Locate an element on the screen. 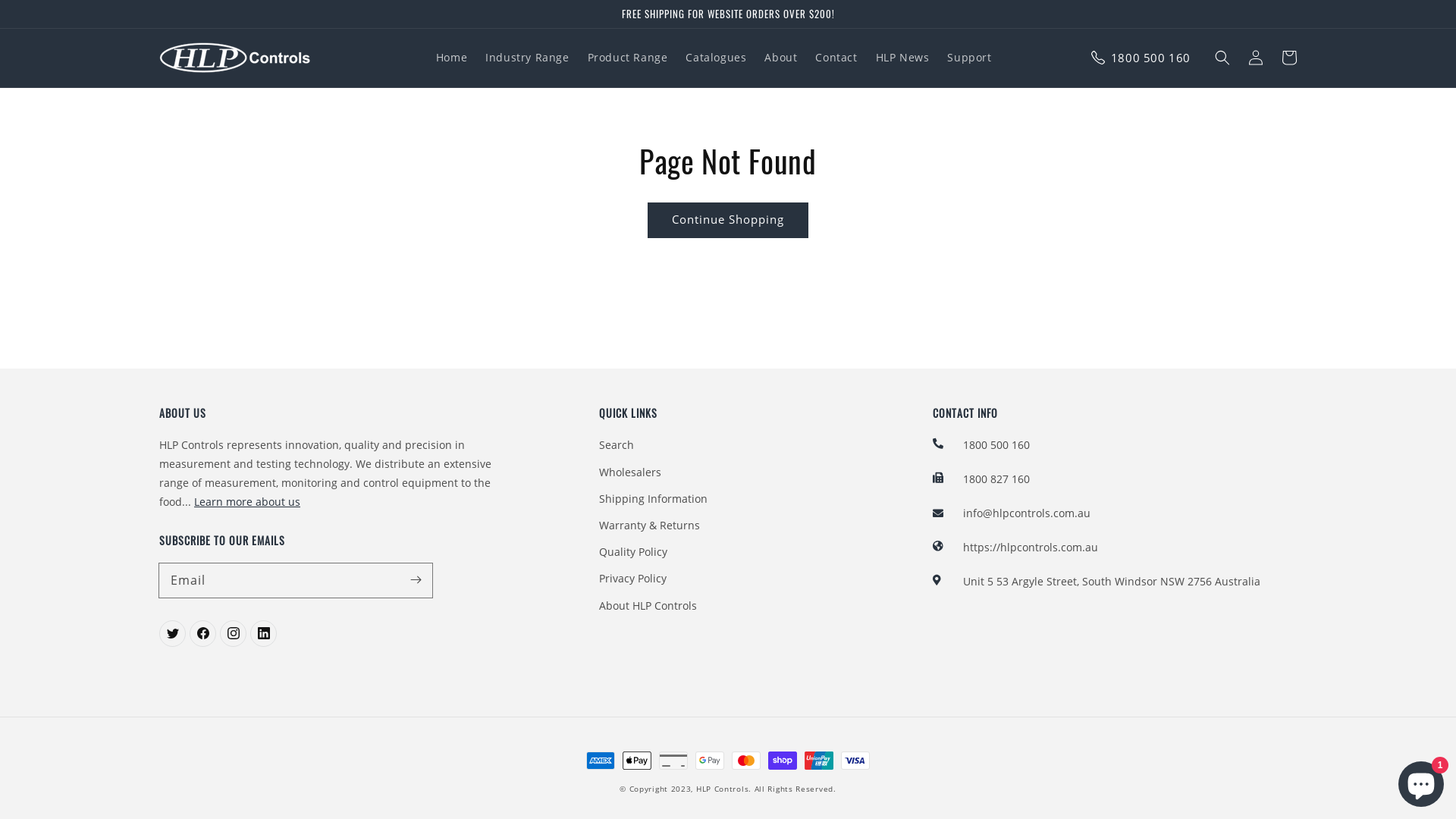 The width and height of the screenshot is (1456, 819). 'Log in' is located at coordinates (1238, 57).